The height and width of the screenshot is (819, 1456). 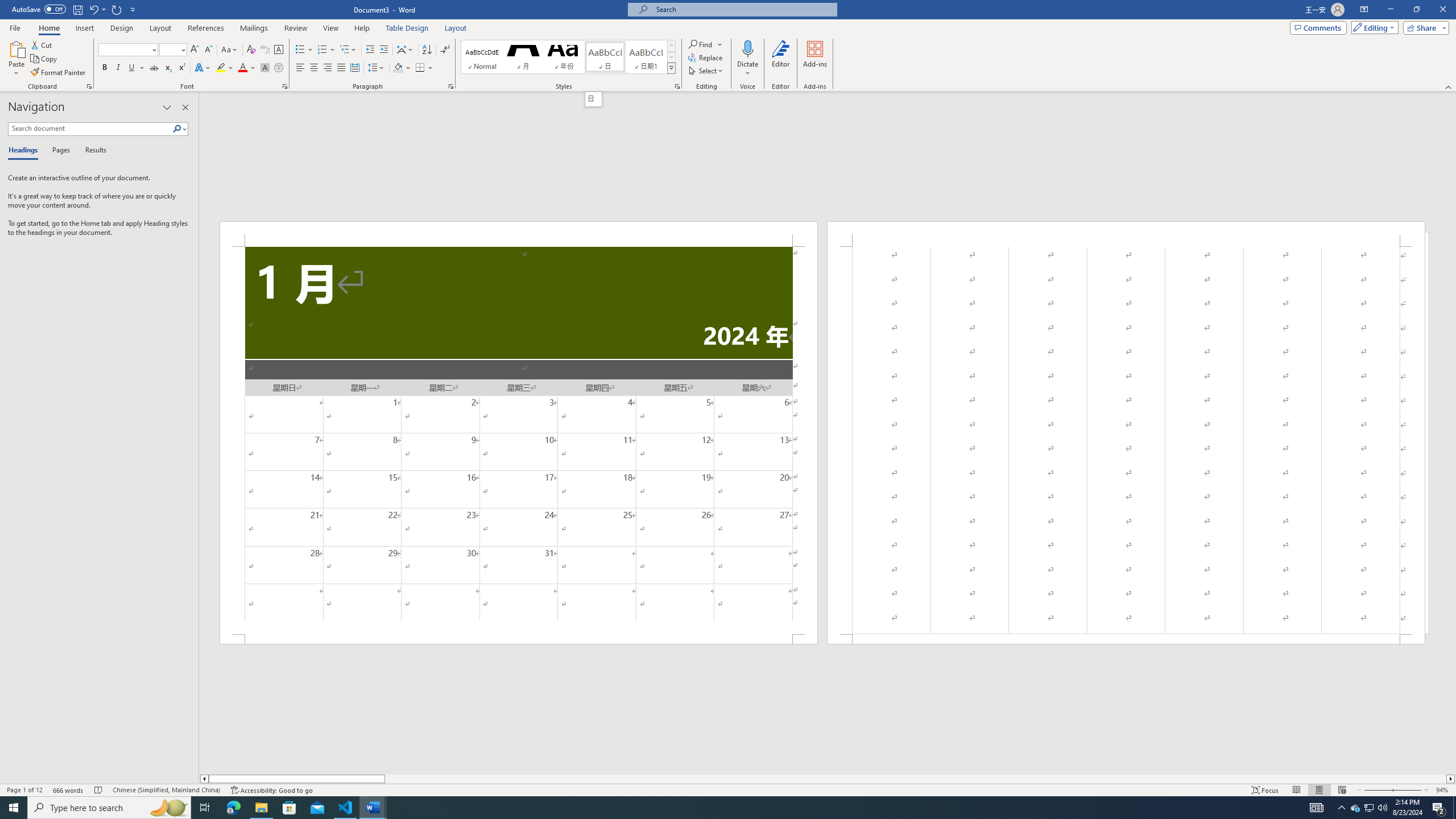 I want to click on 'Task Pane Options', so click(x=167, y=107).